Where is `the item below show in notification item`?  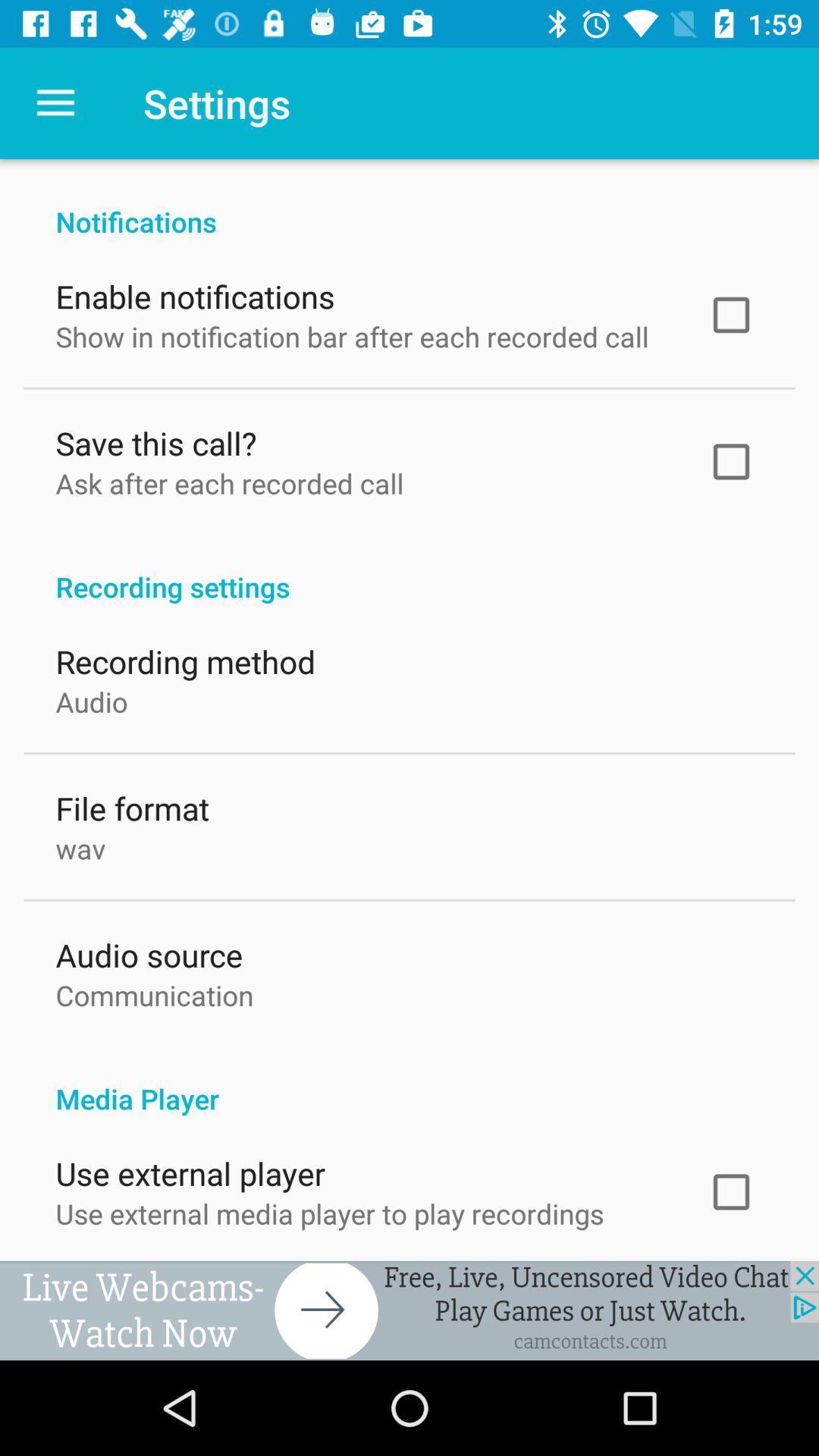 the item below show in notification item is located at coordinates (155, 438).